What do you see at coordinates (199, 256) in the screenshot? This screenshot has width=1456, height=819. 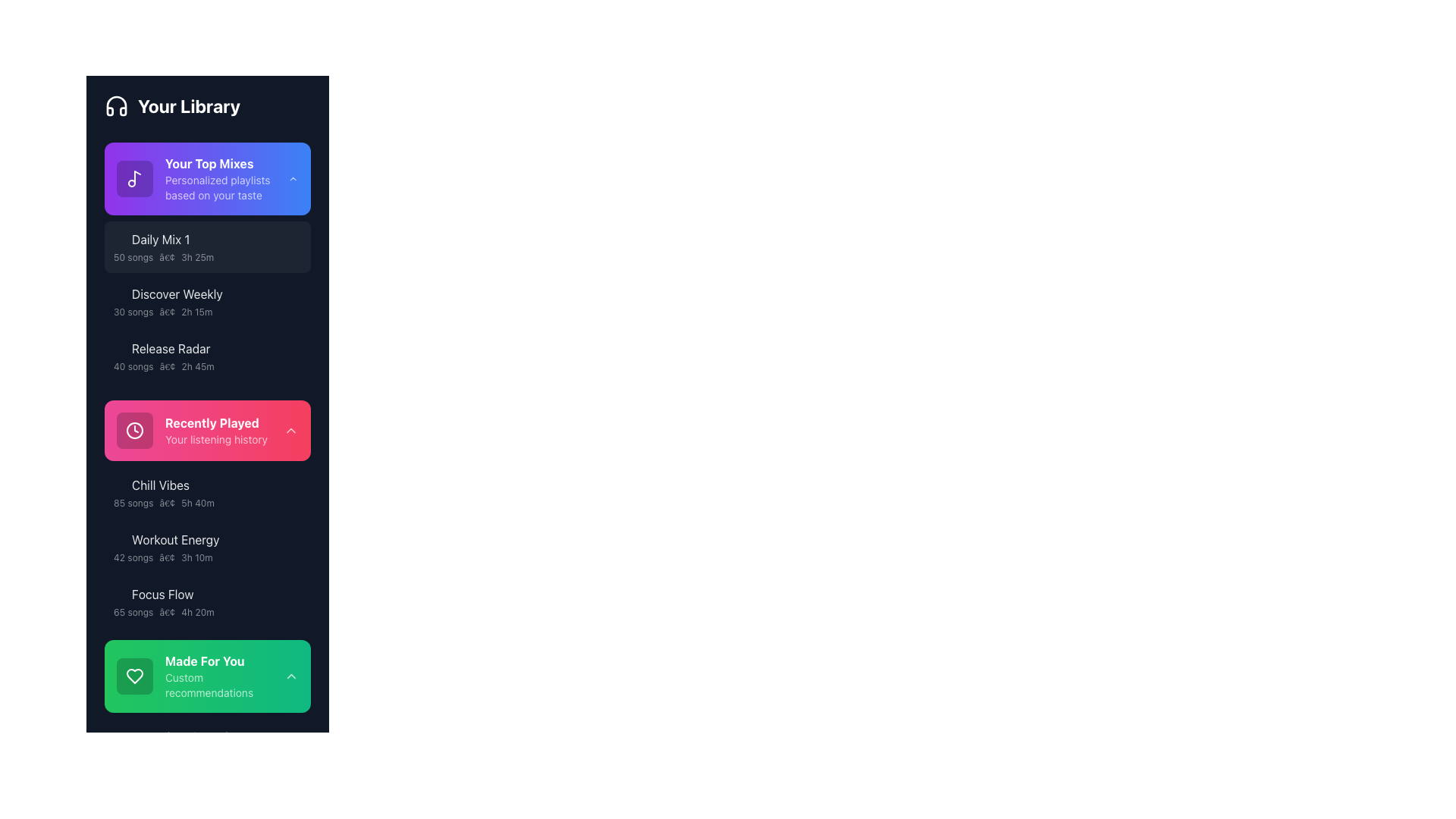 I see `the Text label providing additional details about the playlist, located directly below 'Daily Mix 1' and being the second visible element from the top` at bounding box center [199, 256].